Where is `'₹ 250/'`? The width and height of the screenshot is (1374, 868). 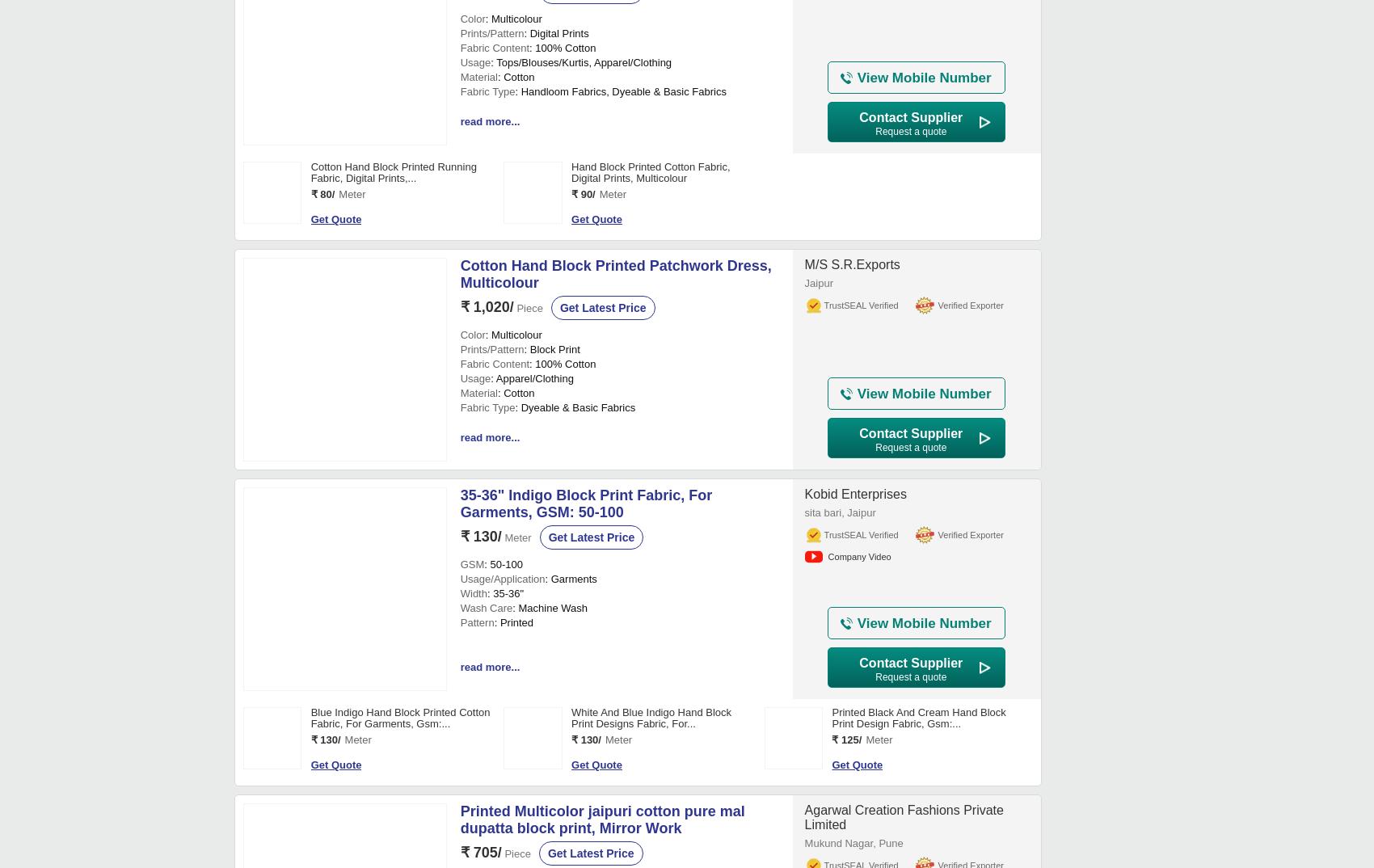 '₹ 250/' is located at coordinates (586, 373).